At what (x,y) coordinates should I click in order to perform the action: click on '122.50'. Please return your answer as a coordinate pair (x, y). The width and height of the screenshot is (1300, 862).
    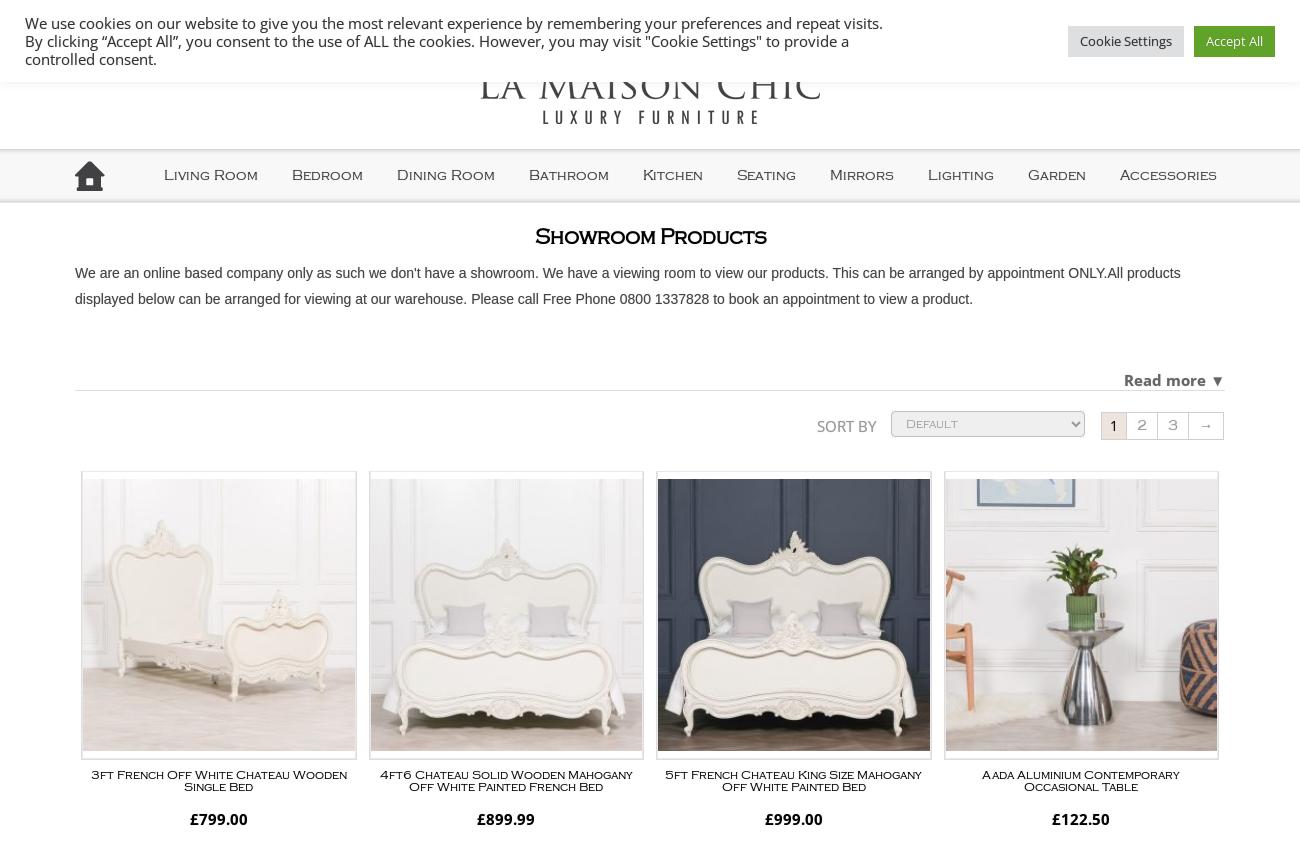
    Looking at the image, I should click on (1084, 817).